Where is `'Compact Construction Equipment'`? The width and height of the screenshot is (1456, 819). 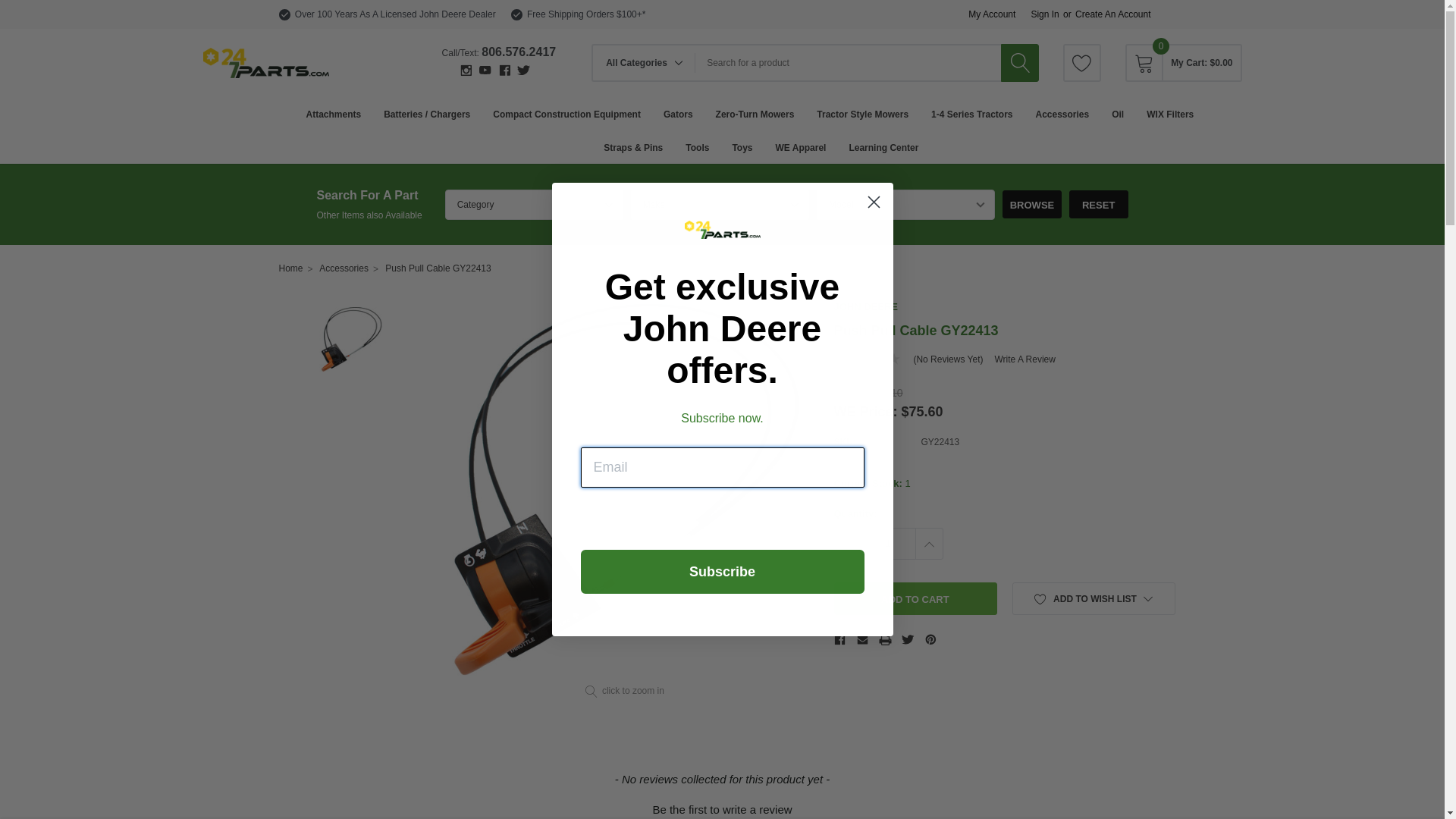
'Compact Construction Equipment' is located at coordinates (566, 113).